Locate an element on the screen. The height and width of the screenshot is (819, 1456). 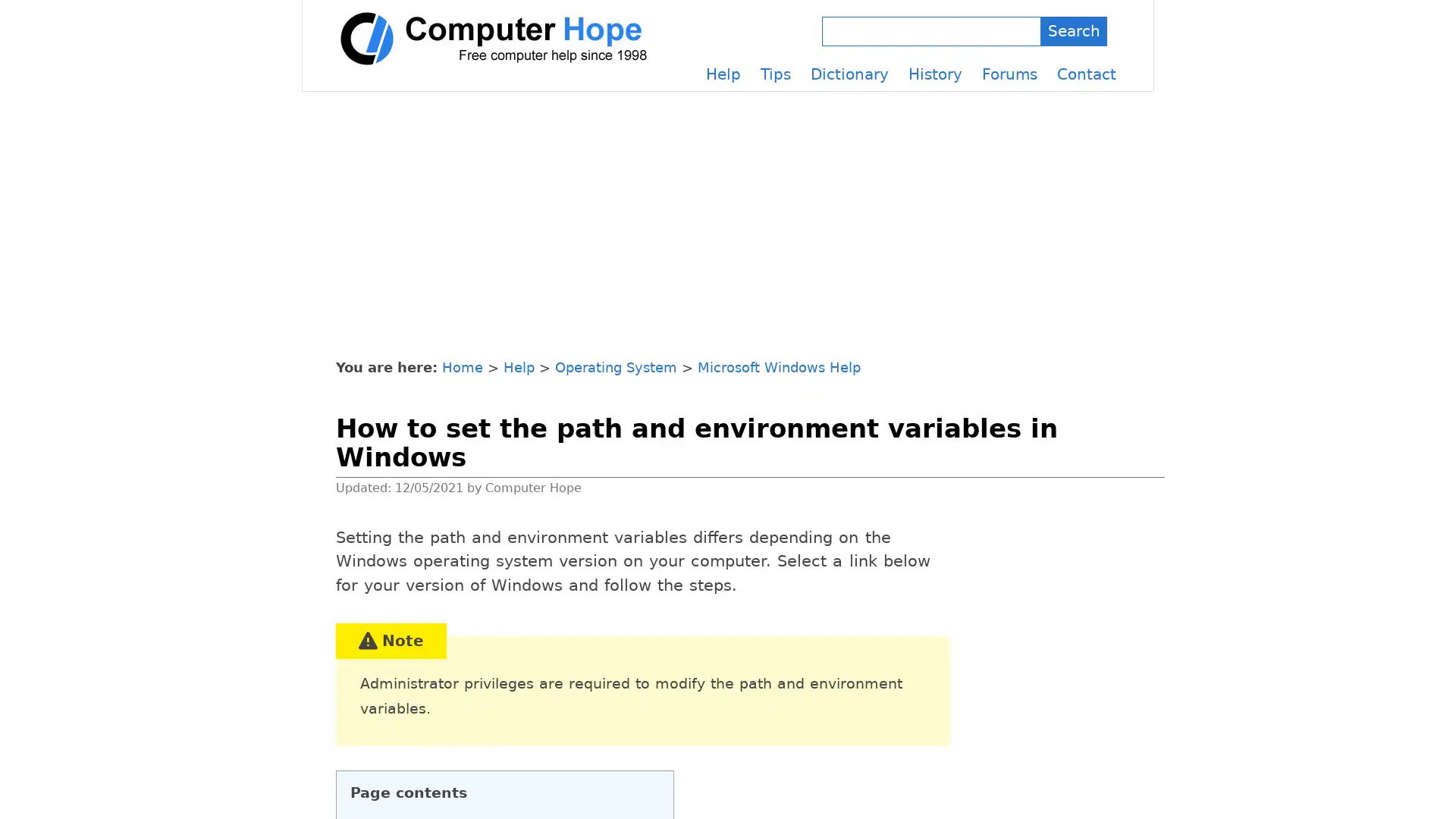
Search is located at coordinates (1073, 30).